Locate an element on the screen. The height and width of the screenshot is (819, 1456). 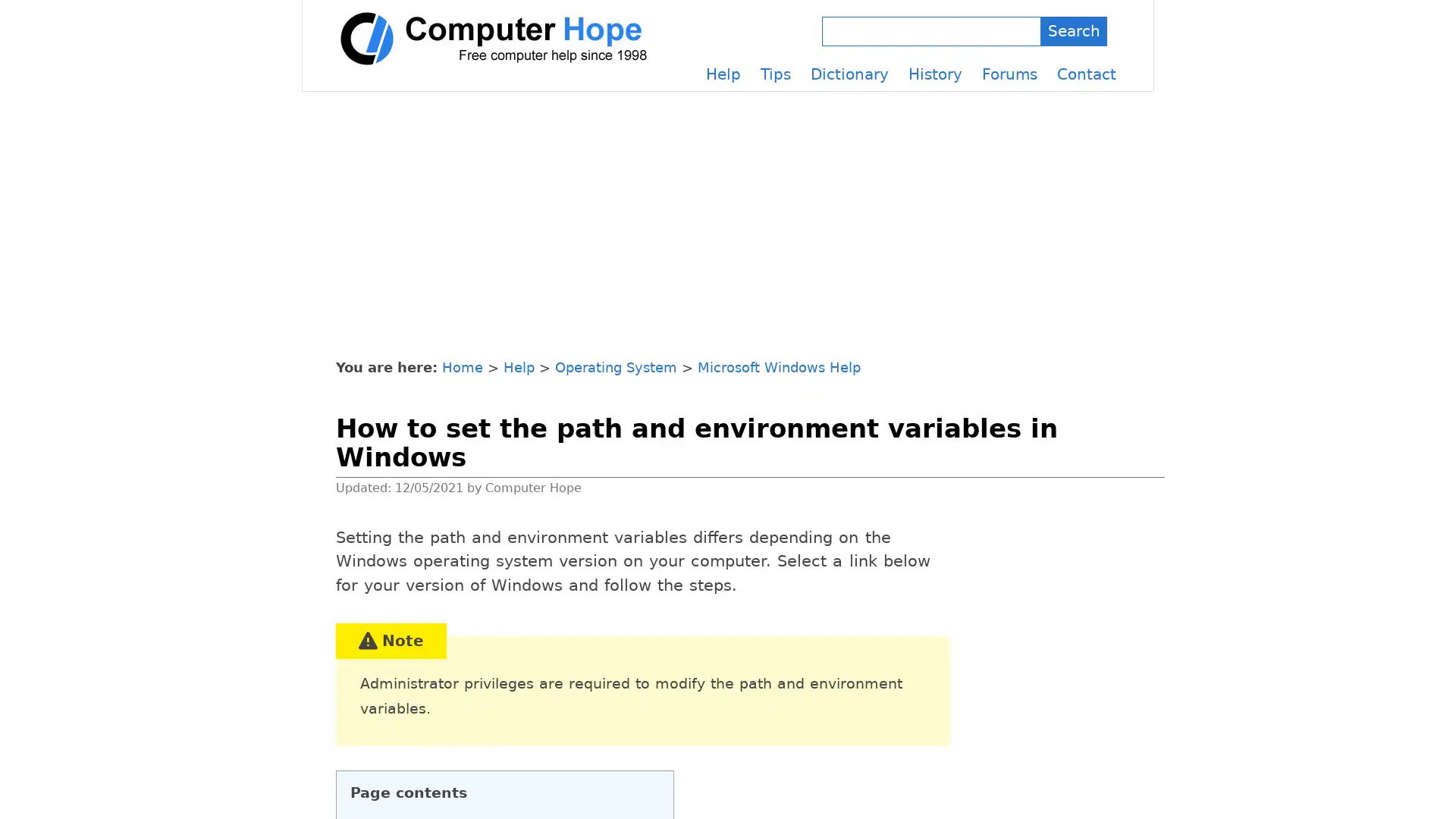
Search is located at coordinates (1073, 30).